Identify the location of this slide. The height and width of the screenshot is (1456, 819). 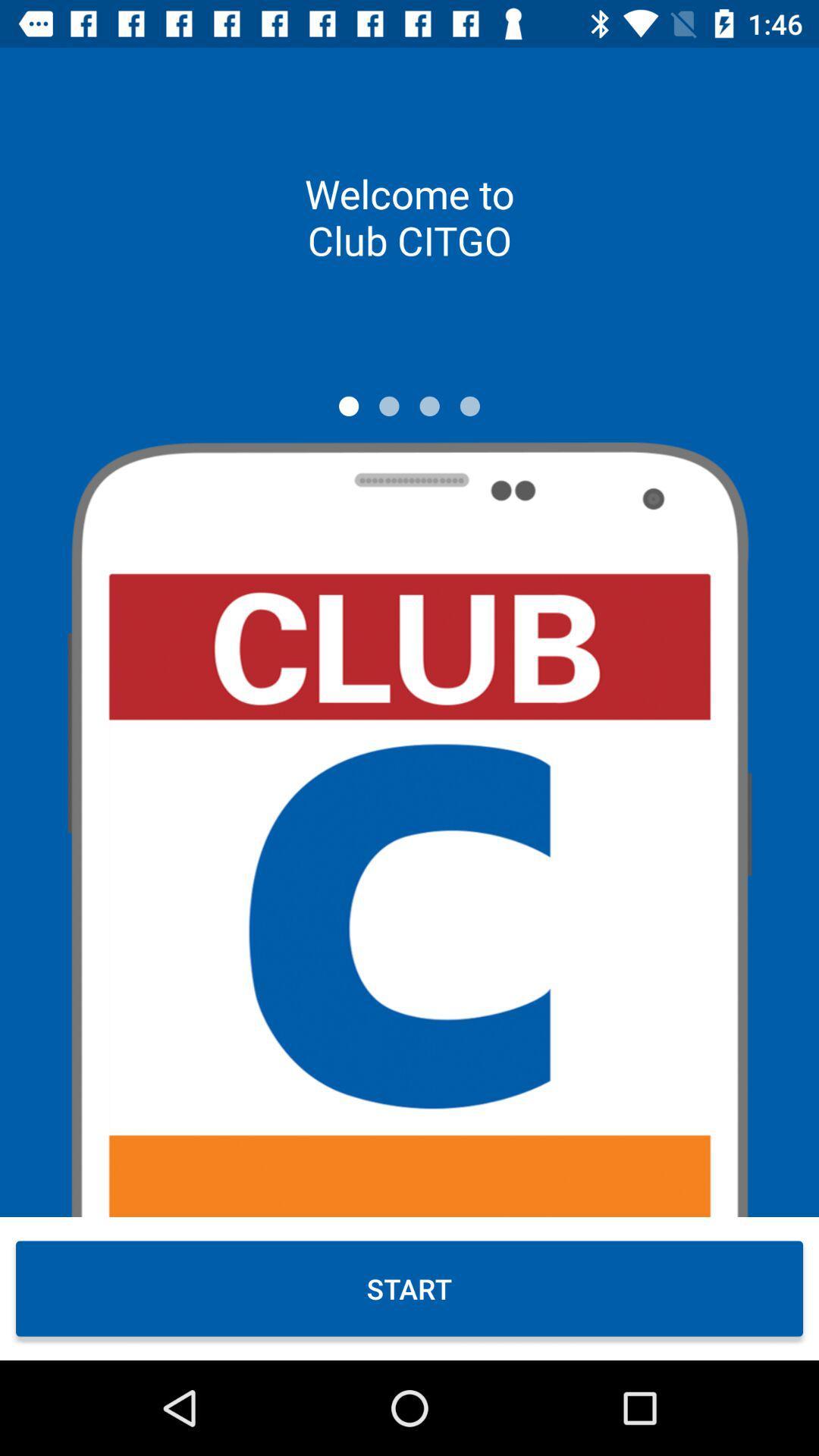
(349, 406).